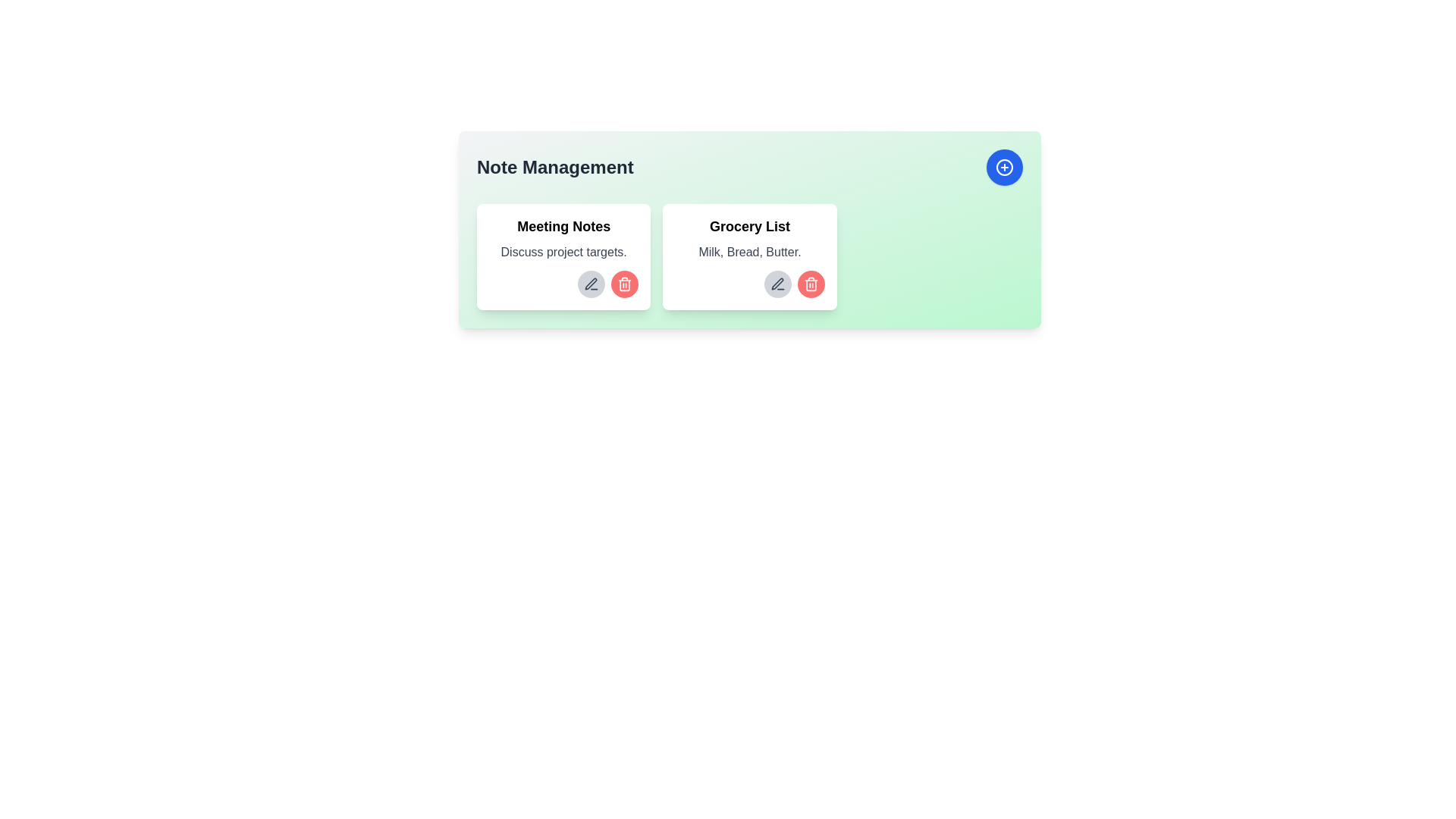 The height and width of the screenshot is (819, 1456). Describe the element at coordinates (1004, 167) in the screenshot. I see `the action button located in the top-right corner of the green panel labeled 'Note Management' to observe potential hover effects` at that location.